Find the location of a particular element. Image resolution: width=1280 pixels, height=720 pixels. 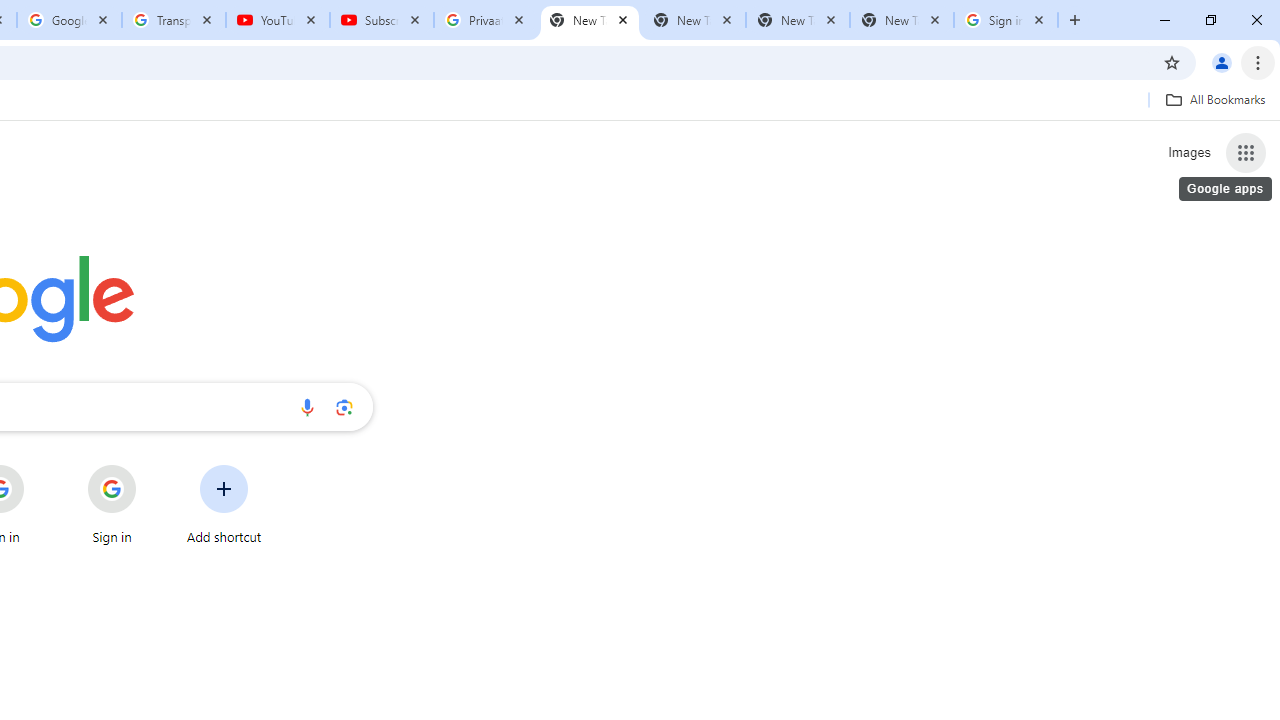

'Google Account' is located at coordinates (69, 20).